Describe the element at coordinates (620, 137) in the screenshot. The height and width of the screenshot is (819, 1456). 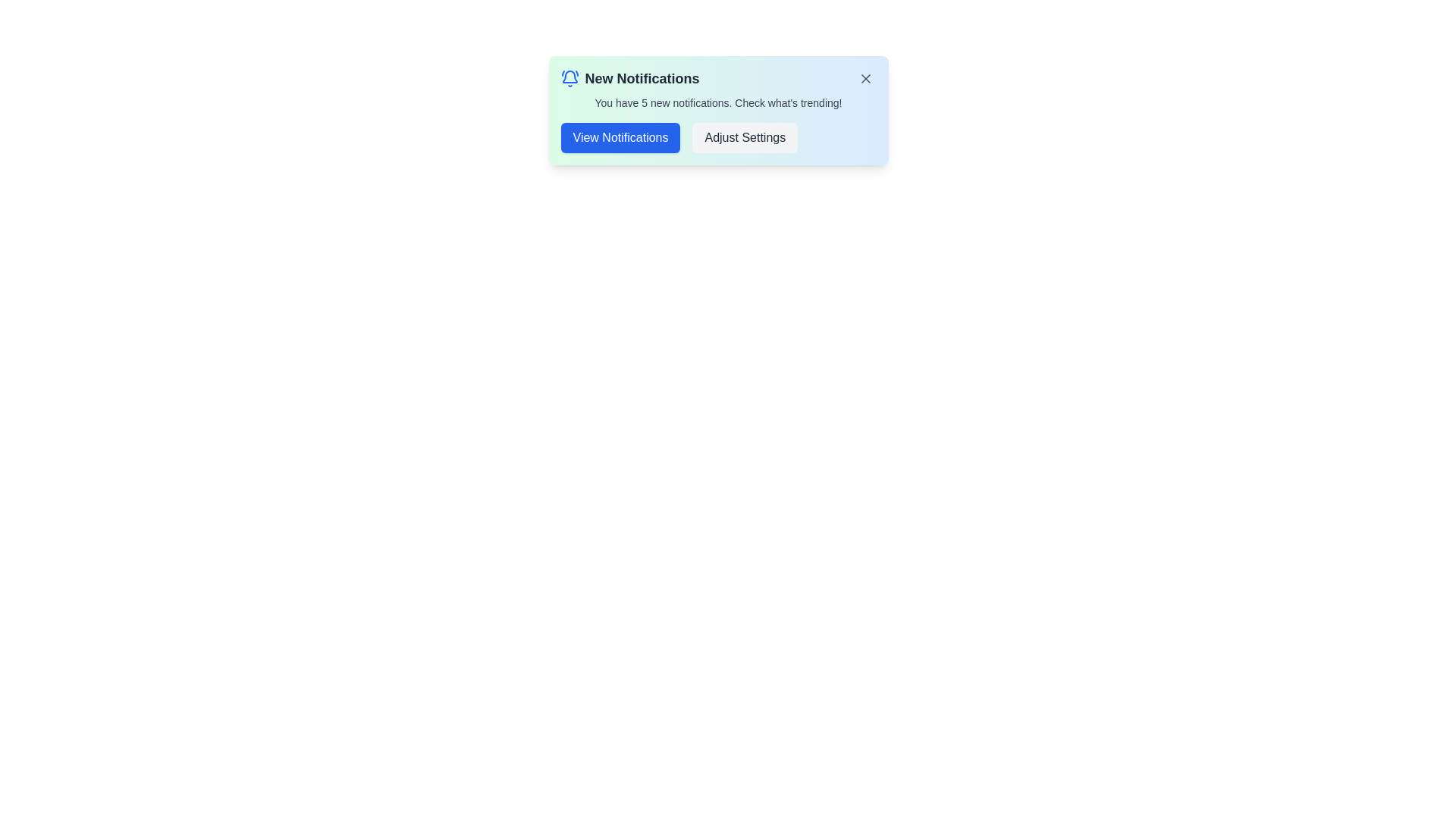
I see `the 'View Notifications' button` at that location.